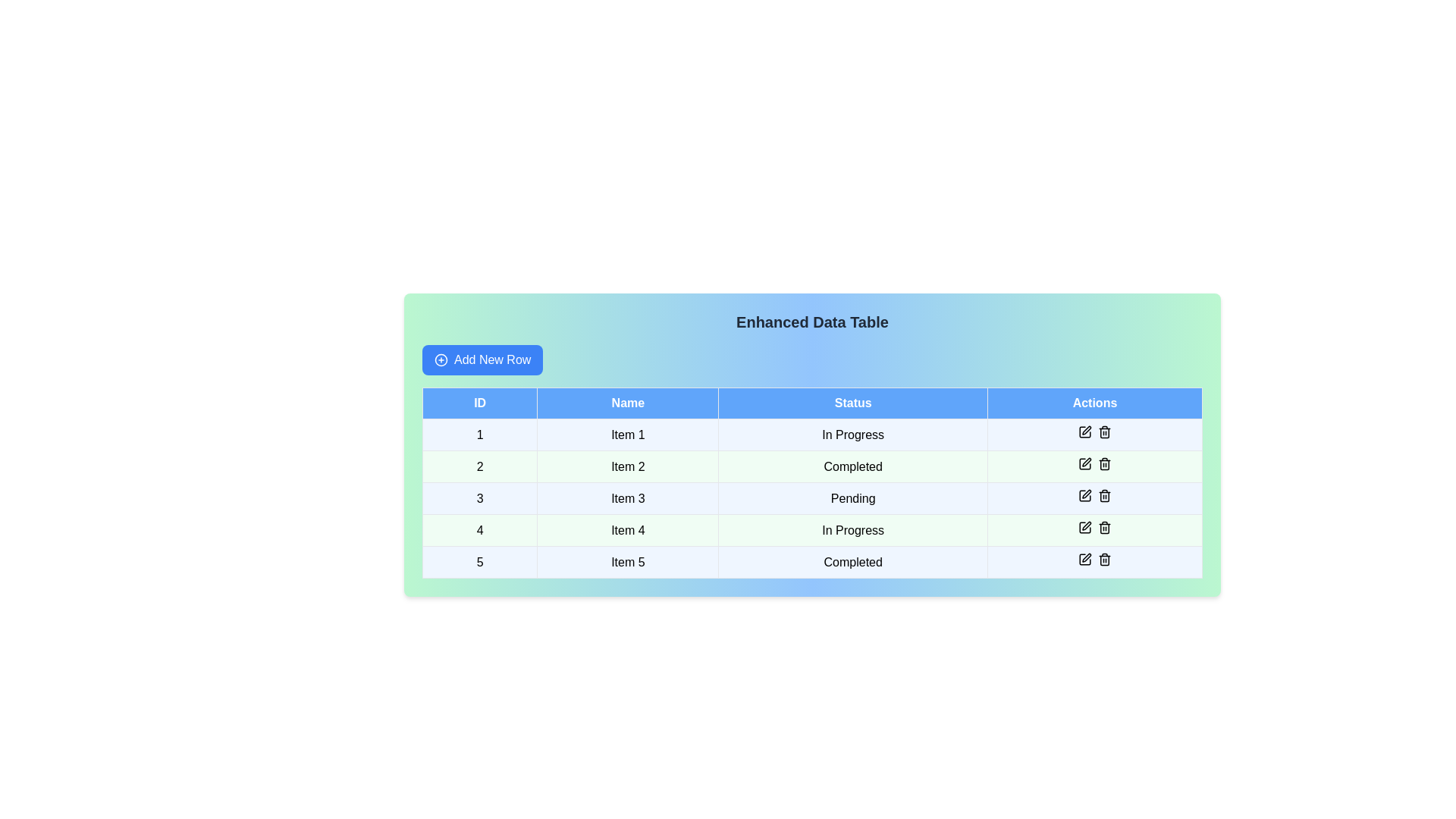  Describe the element at coordinates (1104, 432) in the screenshot. I see `the trash bin icon button located in the 'Actions' column of the first row of the table` at that location.